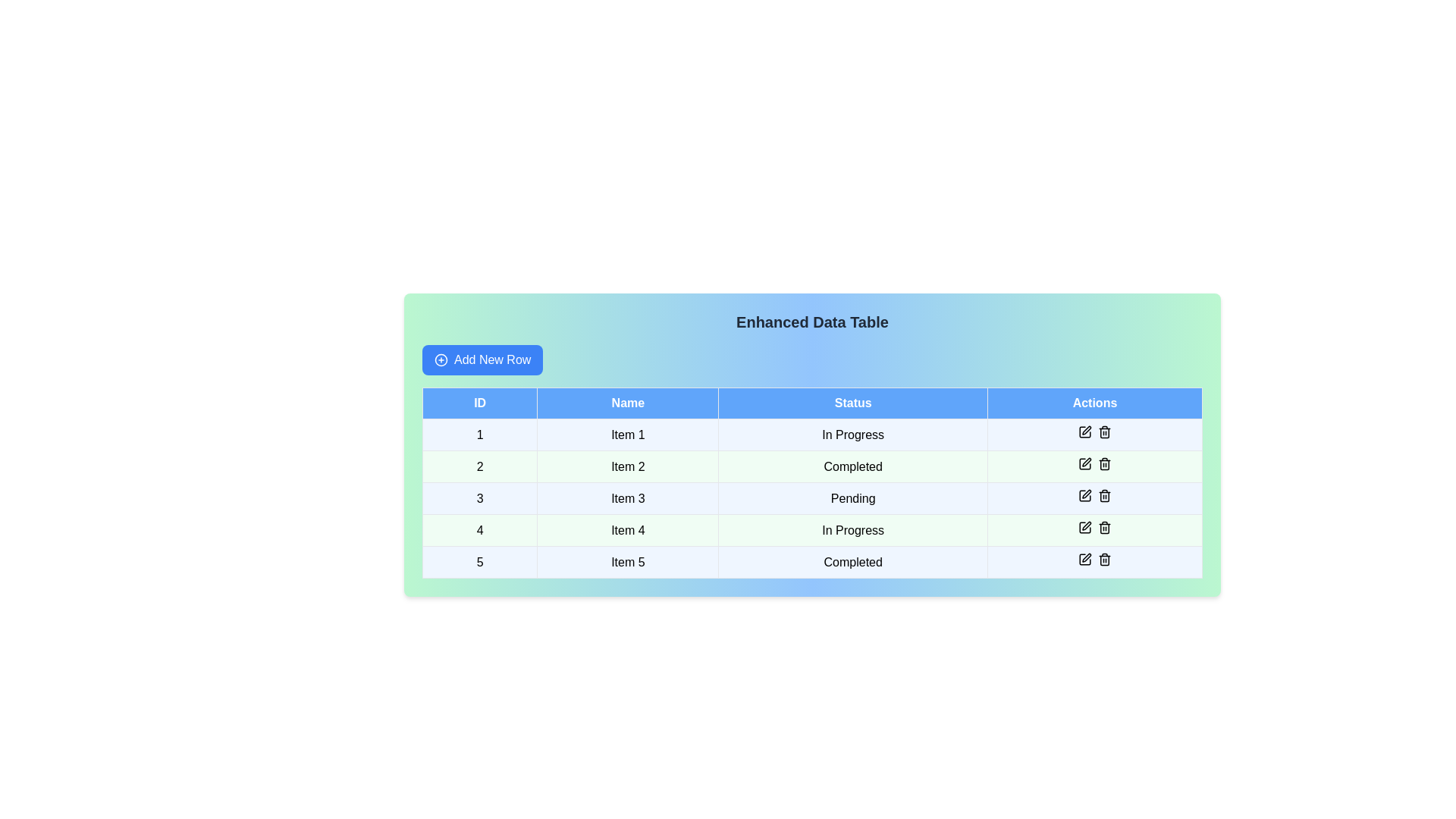  Describe the element at coordinates (1104, 432) in the screenshot. I see `the trash bin icon button located in the 'Actions' column of the first row of the table` at that location.